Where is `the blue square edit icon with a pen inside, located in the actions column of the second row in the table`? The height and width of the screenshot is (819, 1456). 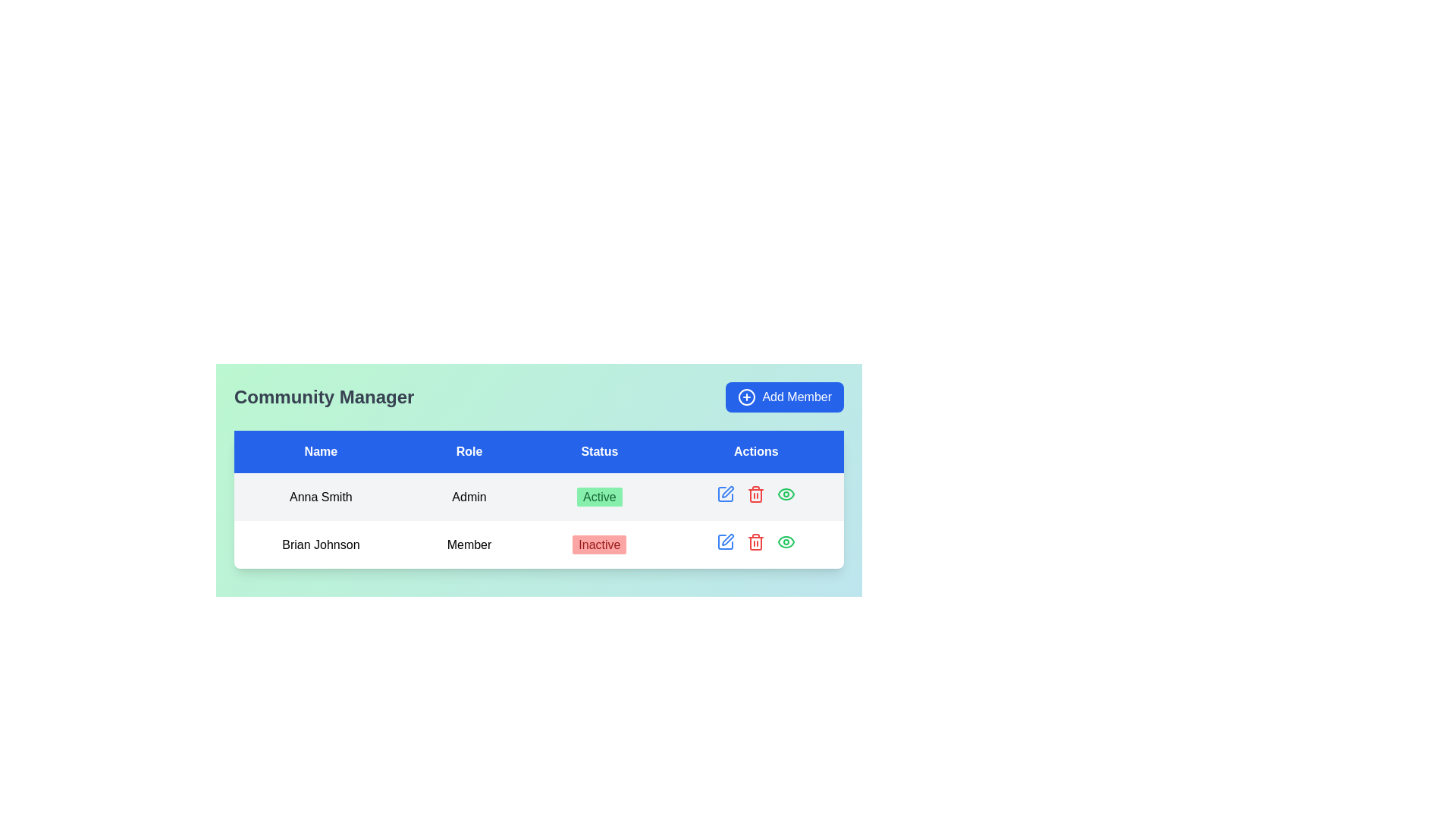
the blue square edit icon with a pen inside, located in the actions column of the second row in the table is located at coordinates (725, 541).